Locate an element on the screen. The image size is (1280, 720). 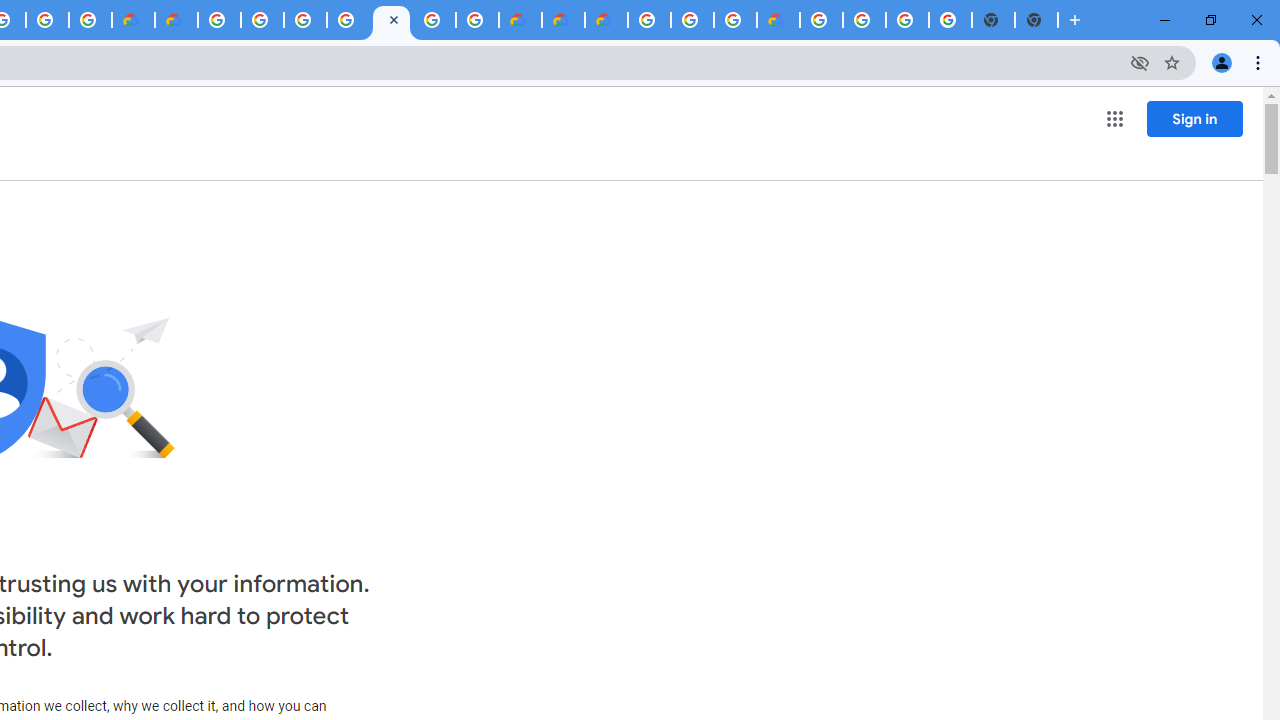
'Restore' is located at coordinates (1209, 20).